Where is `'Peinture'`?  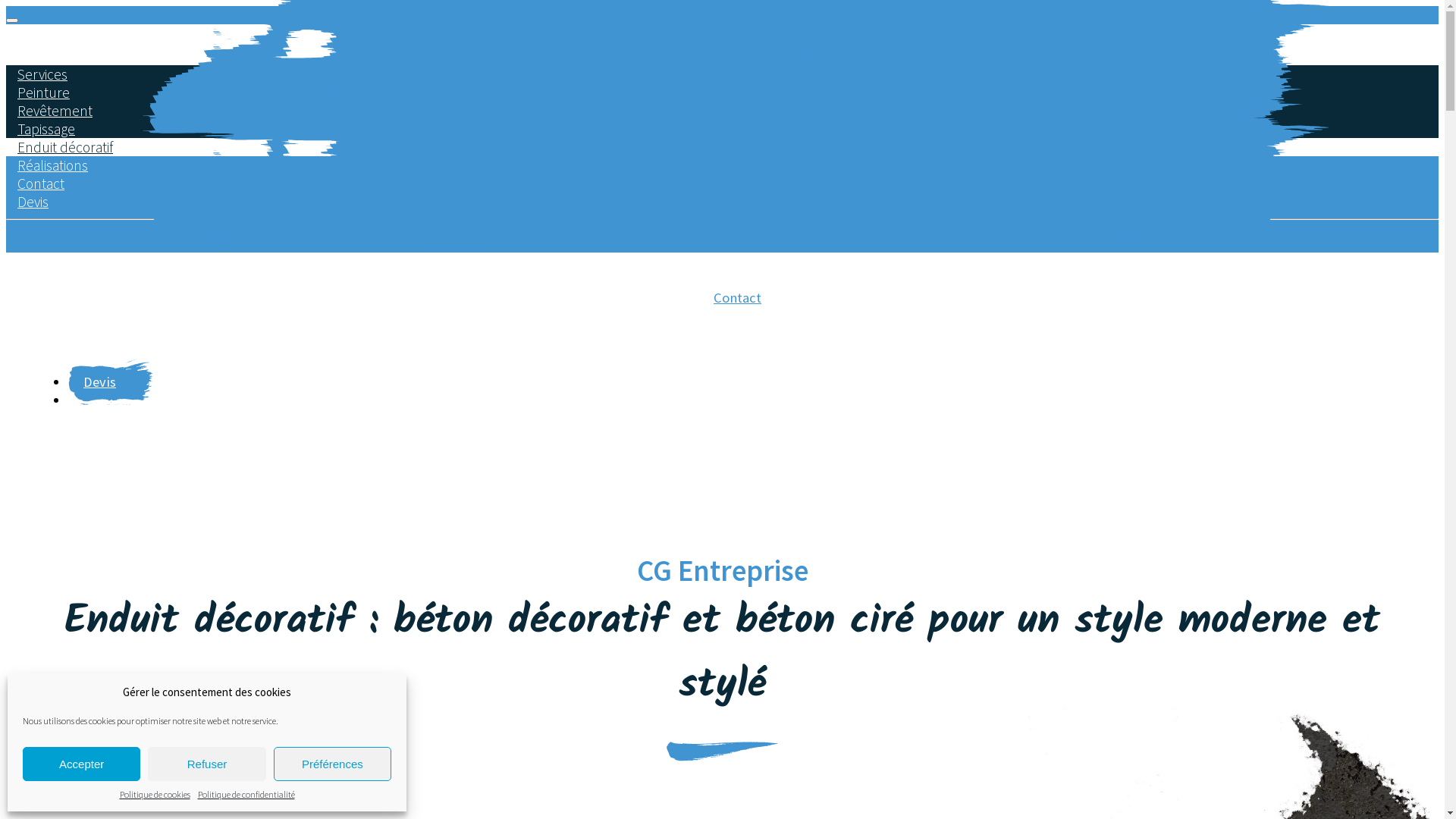 'Peinture' is located at coordinates (43, 93).